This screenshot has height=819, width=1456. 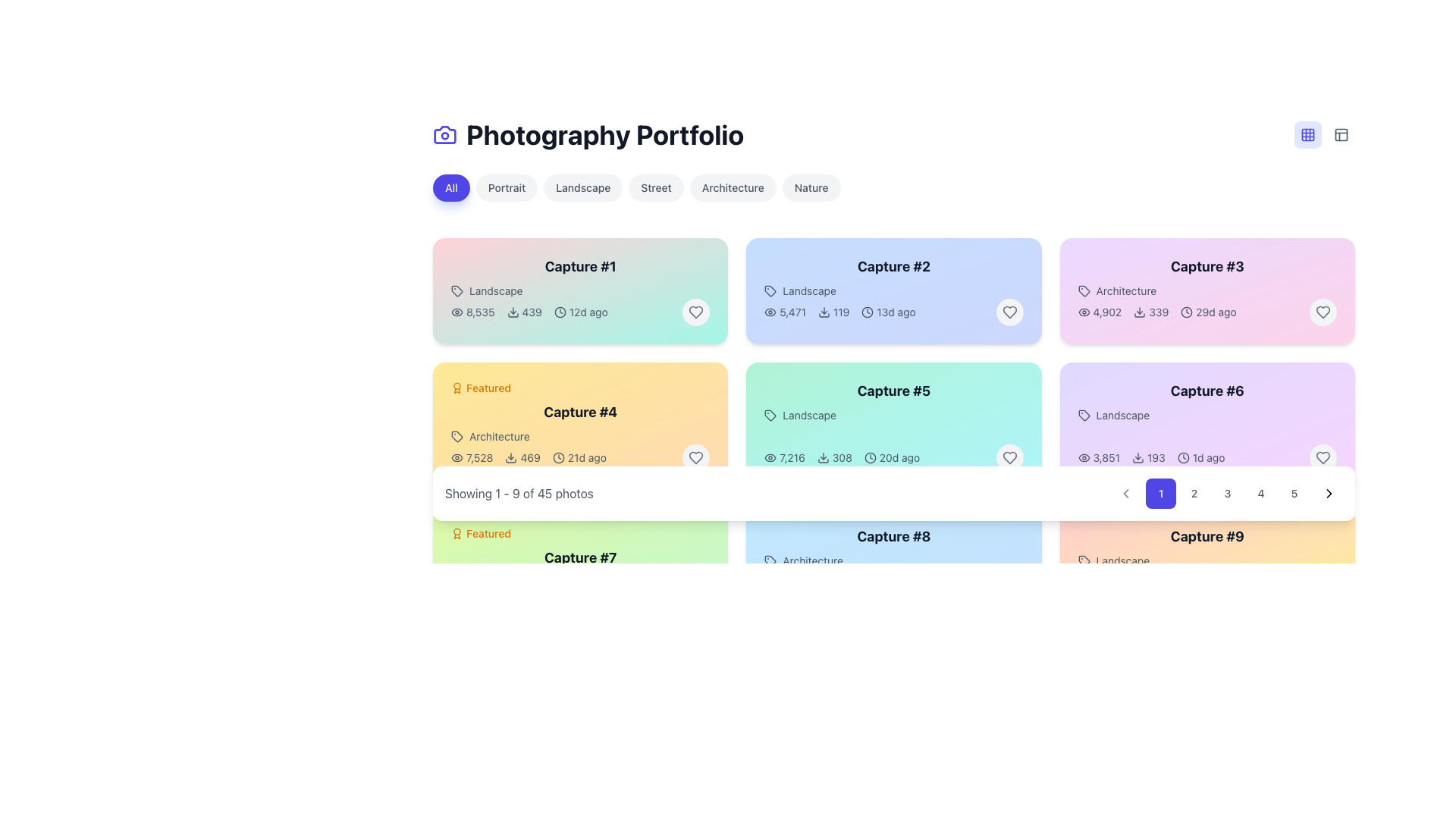 I want to click on displayed number of views represented by the Text with Icon element located in the top-left area of the first card in a grid layout, so click(x=472, y=312).